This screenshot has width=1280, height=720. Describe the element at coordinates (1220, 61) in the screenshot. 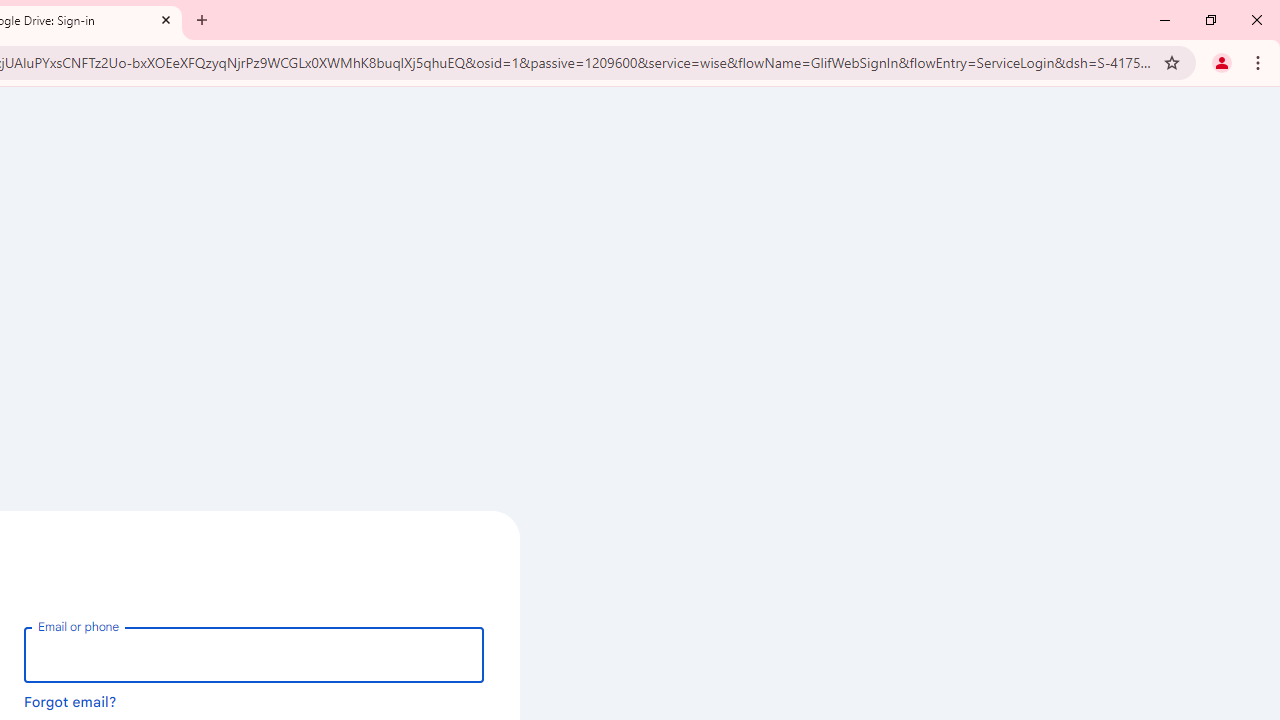

I see `'You'` at that location.